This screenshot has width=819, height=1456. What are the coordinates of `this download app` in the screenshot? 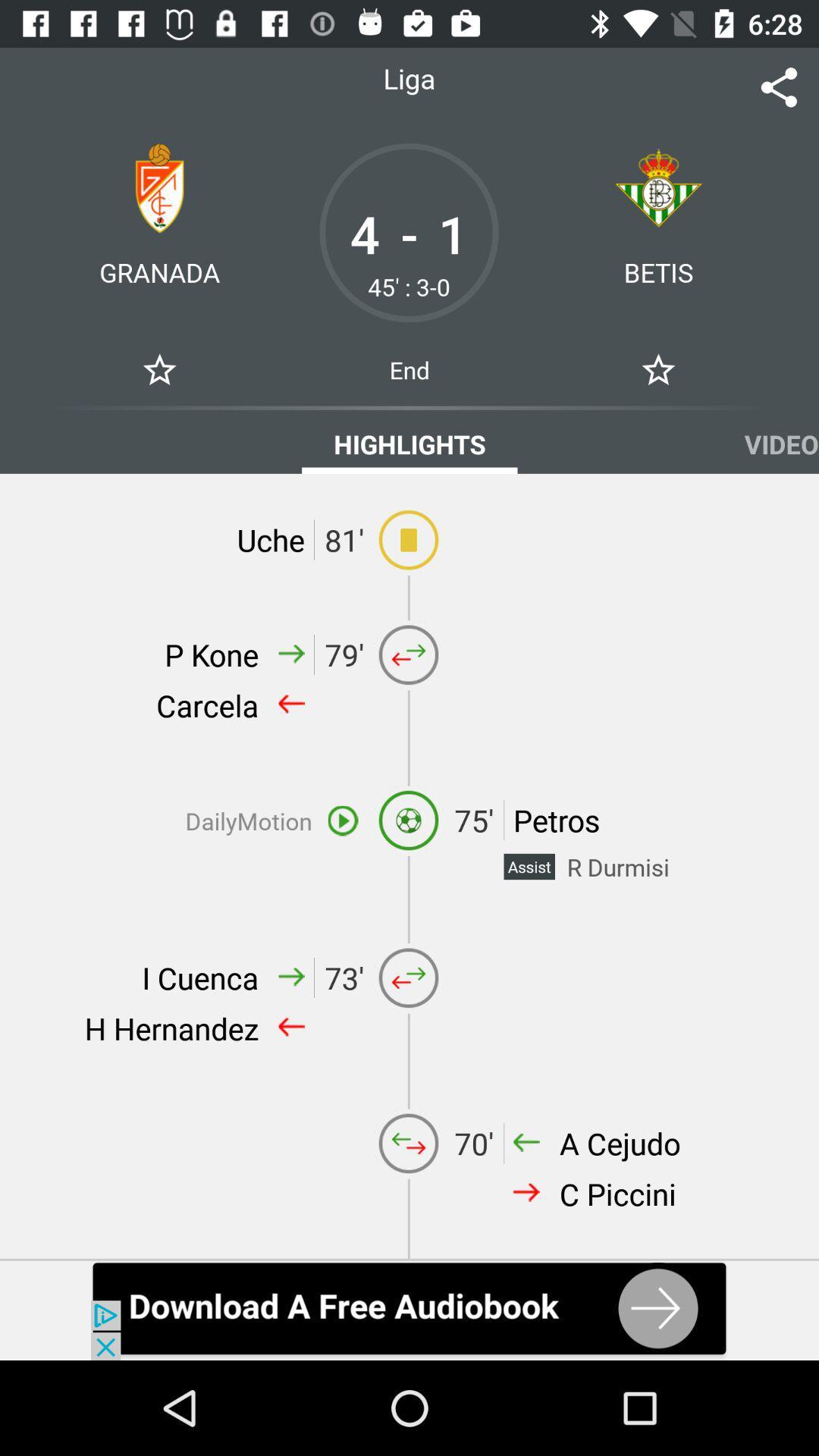 It's located at (409, 1310).